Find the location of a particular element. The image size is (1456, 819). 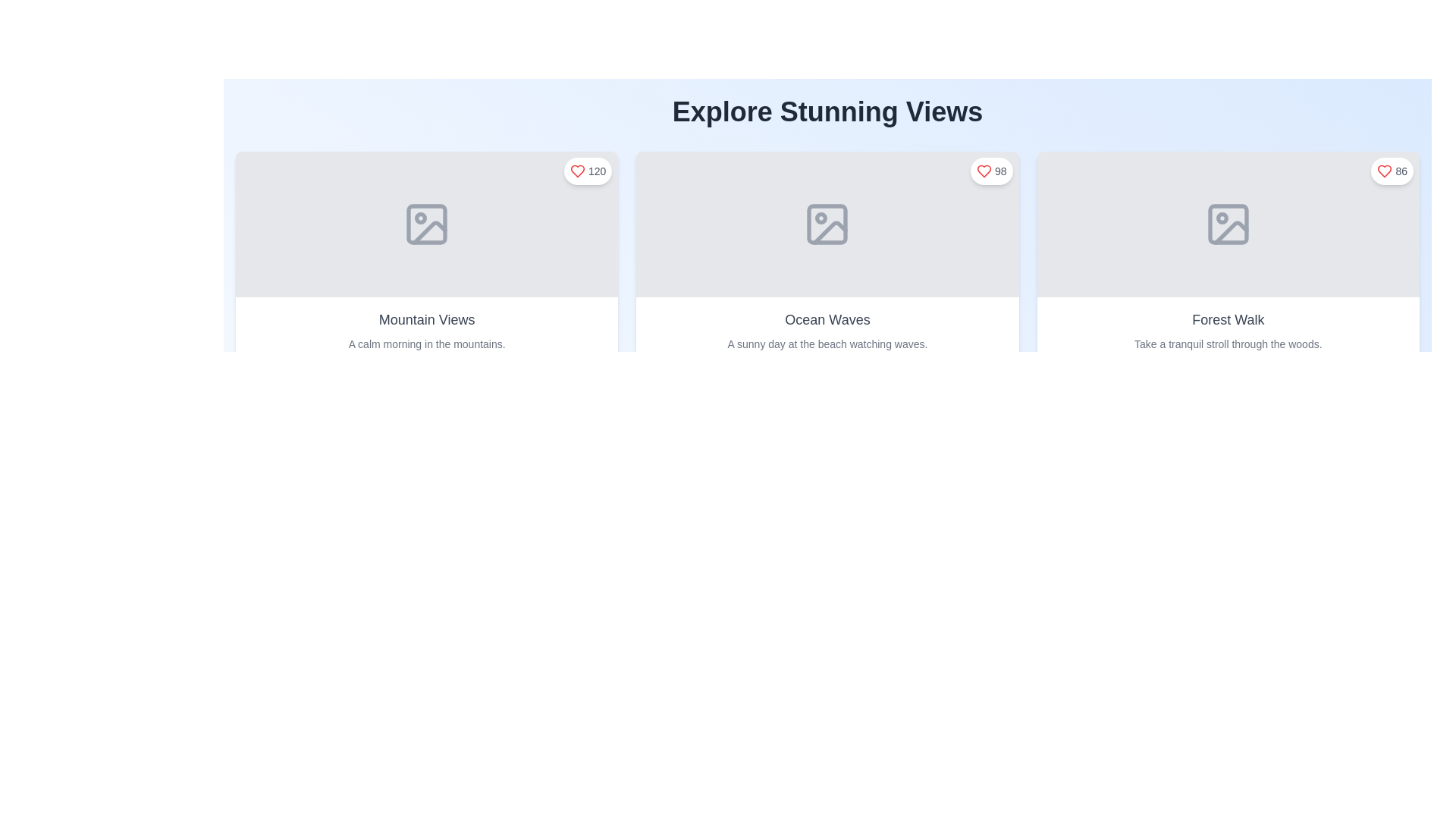

the gray pictorial icon representing an image placeholder located in the third card labeled 'Forest Walk' for possible interactions is located at coordinates (1228, 224).